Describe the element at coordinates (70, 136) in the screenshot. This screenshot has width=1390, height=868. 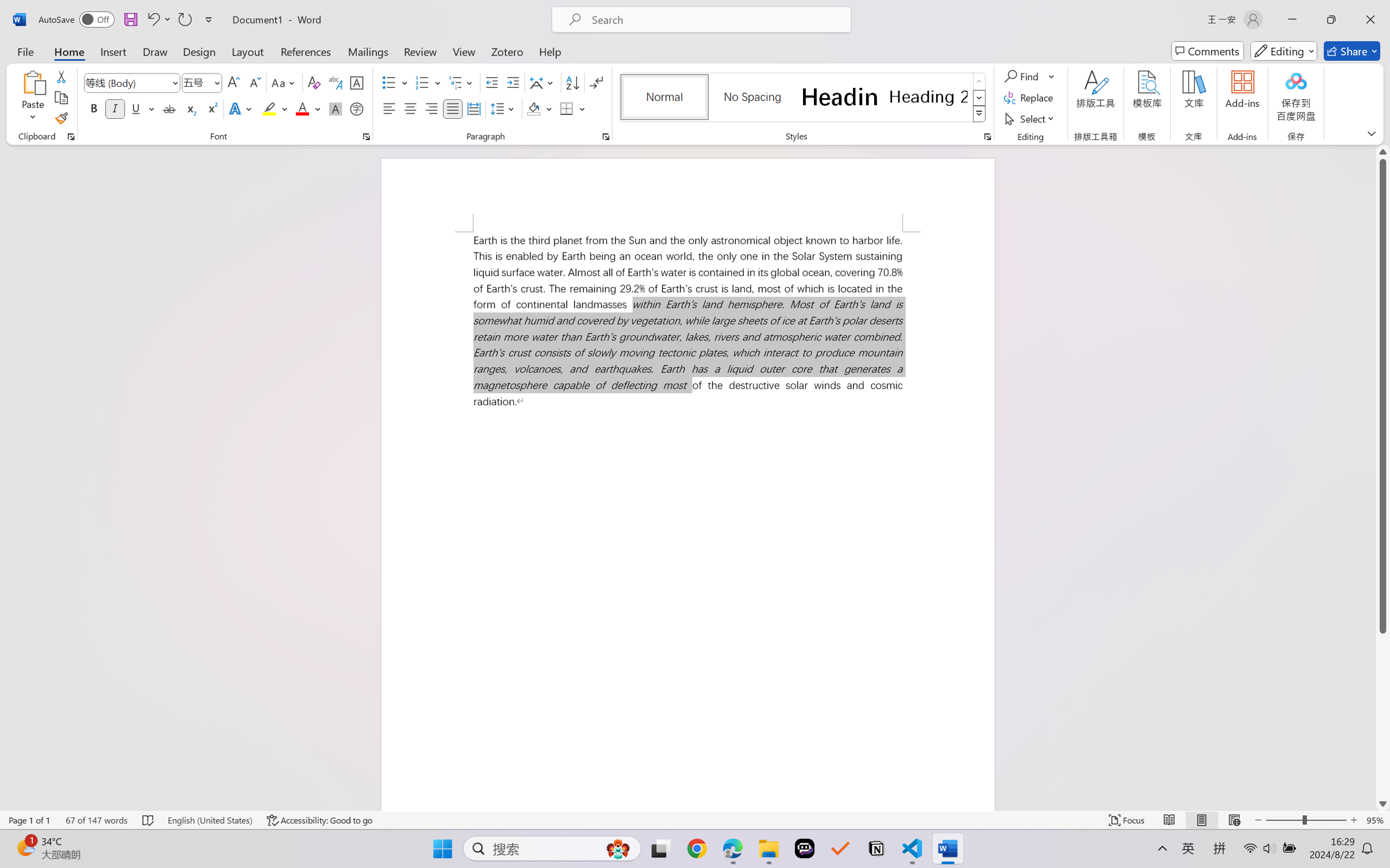
I see `'Office Clipboard...'` at that location.